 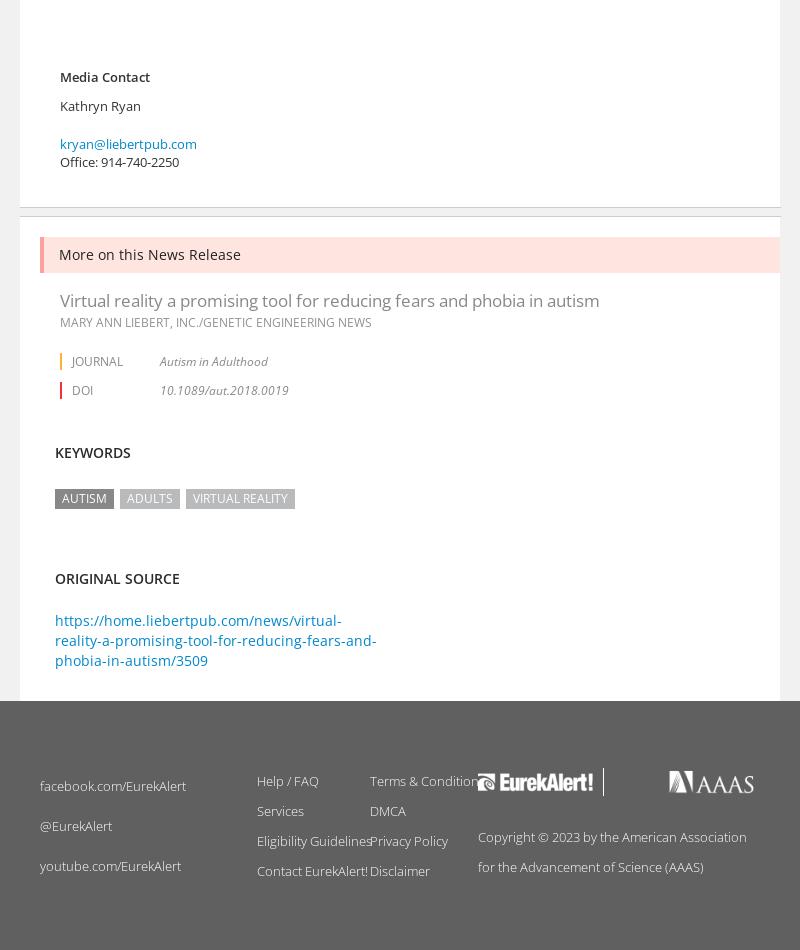 What do you see at coordinates (279, 810) in the screenshot?
I see `'Services'` at bounding box center [279, 810].